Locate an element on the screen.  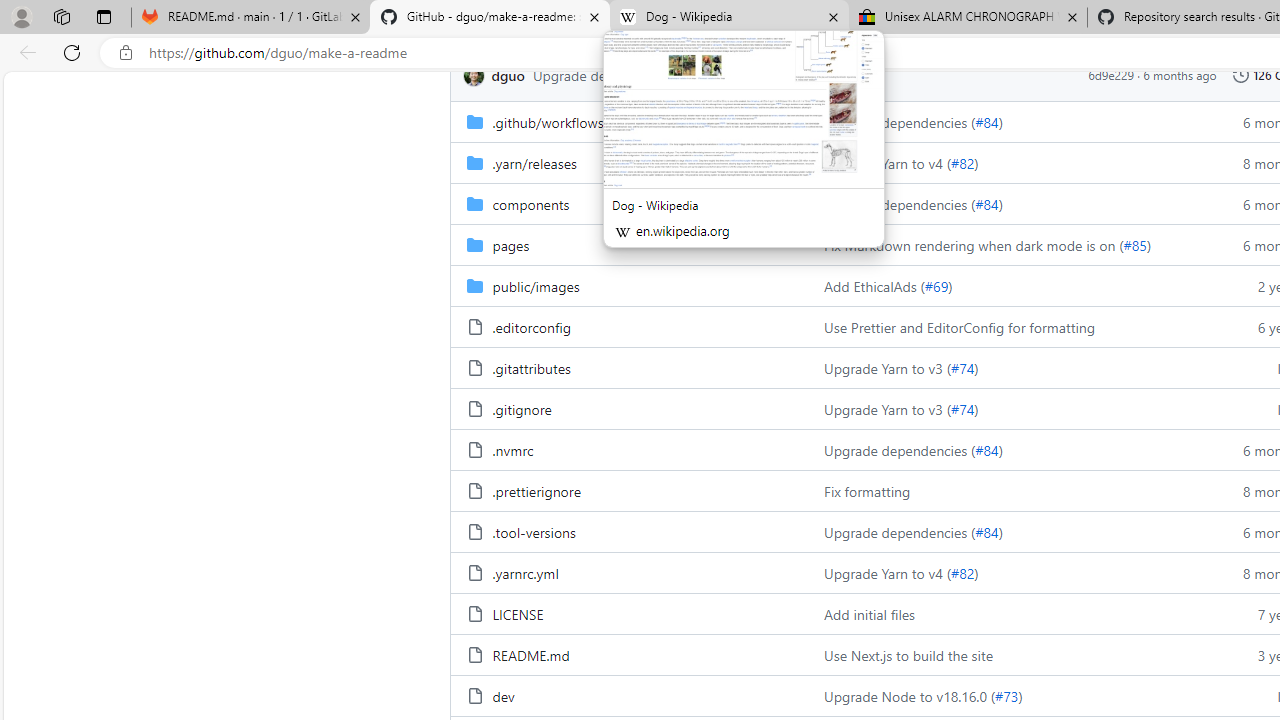
'.yarn/releases, (Directory)' is located at coordinates (534, 161).